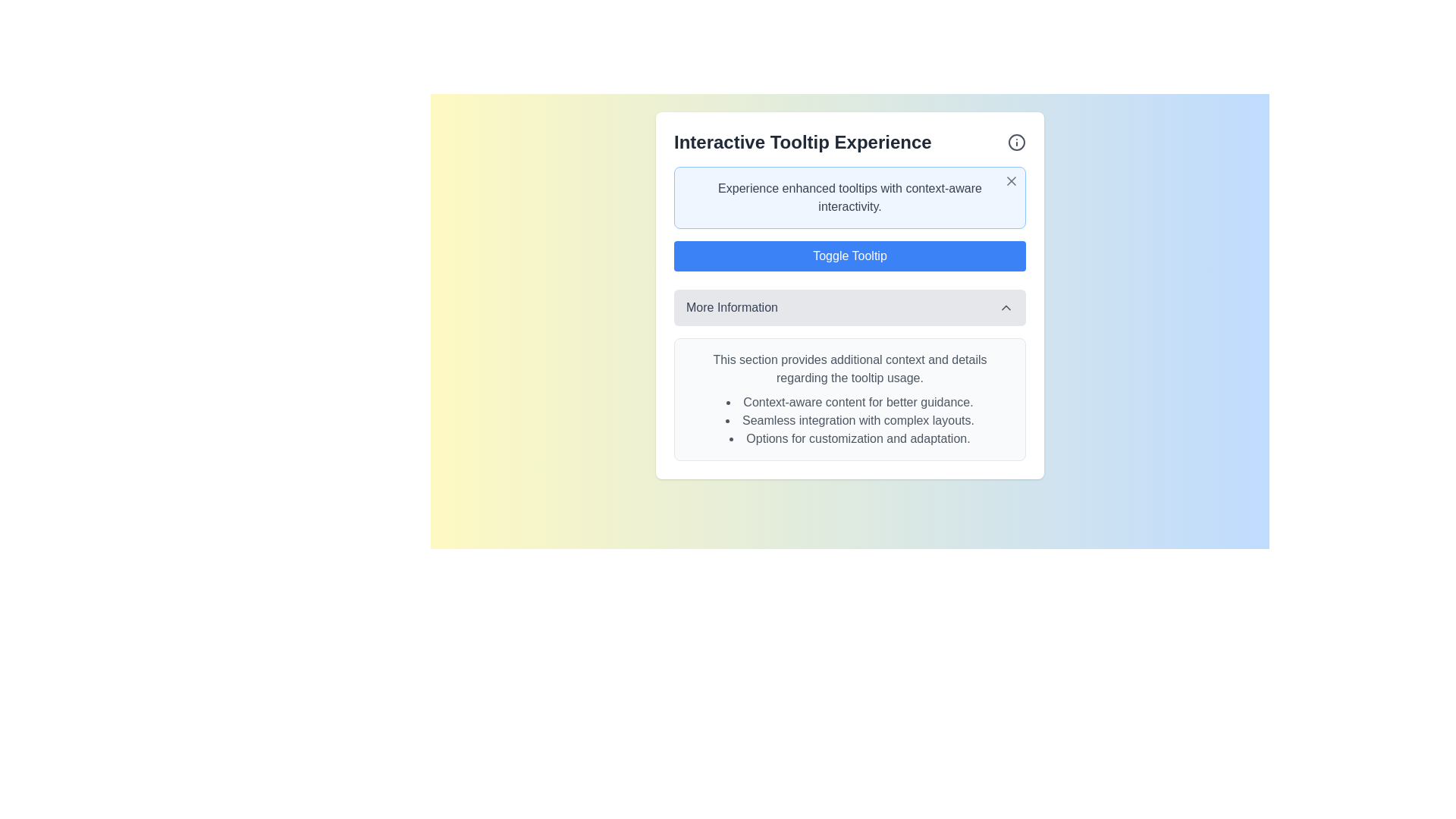 The width and height of the screenshot is (1456, 819). What do you see at coordinates (850, 402) in the screenshot?
I see `the first item in the bulleted list located in the 'More Information' section of the interface` at bounding box center [850, 402].